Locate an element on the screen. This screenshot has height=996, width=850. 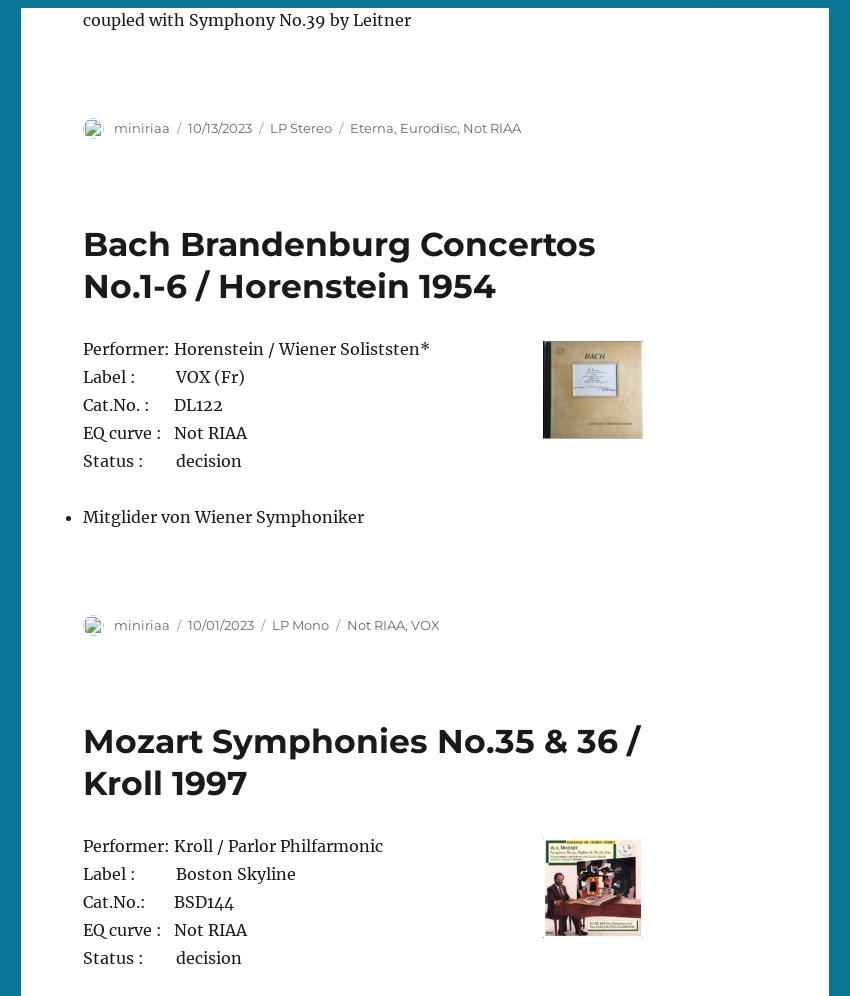
'Boston Skyline' is located at coordinates (235, 872).